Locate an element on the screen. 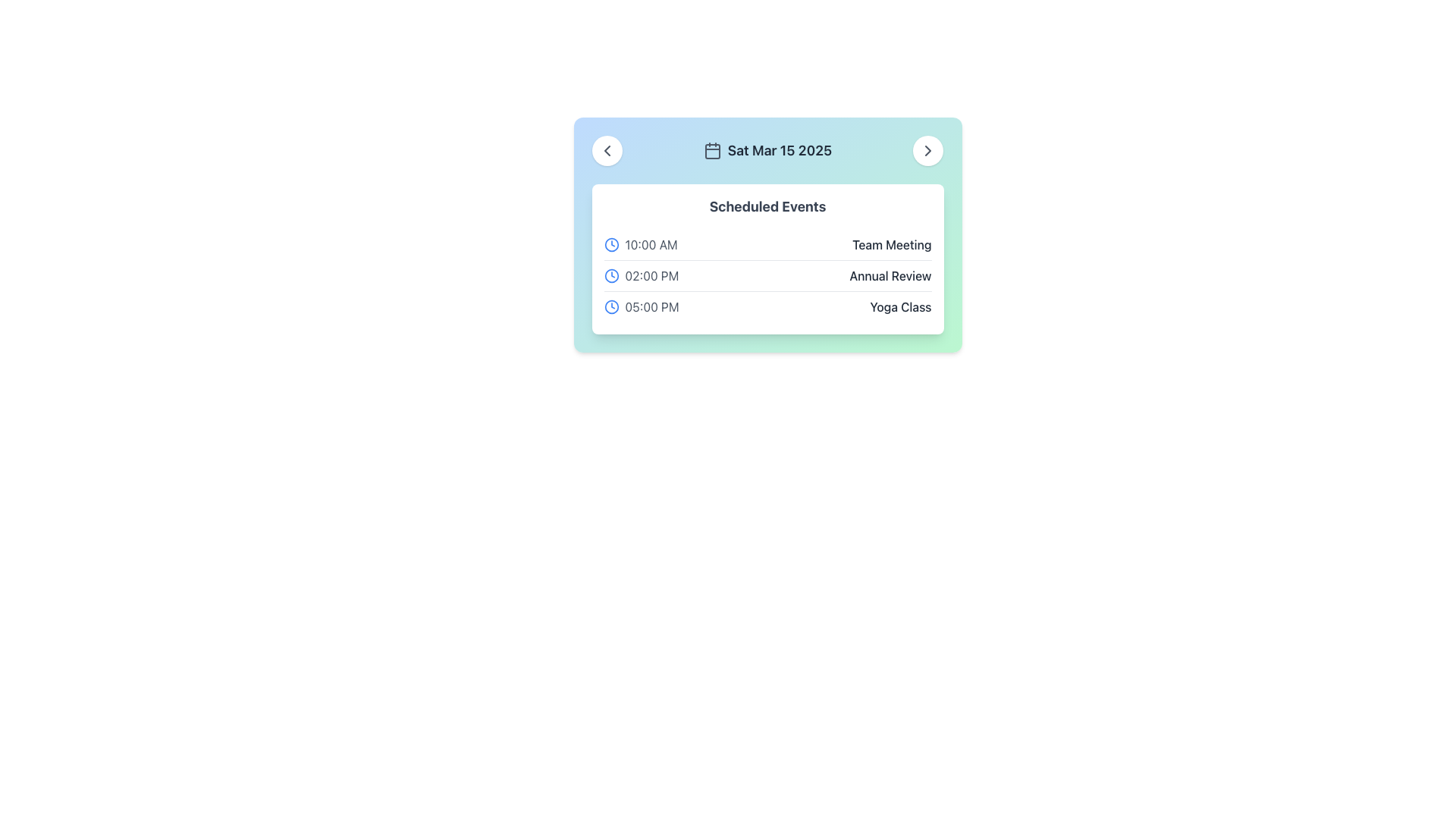 This screenshot has width=1456, height=819. the center of the left-pointing chevron icon within its circular button is located at coordinates (607, 151).